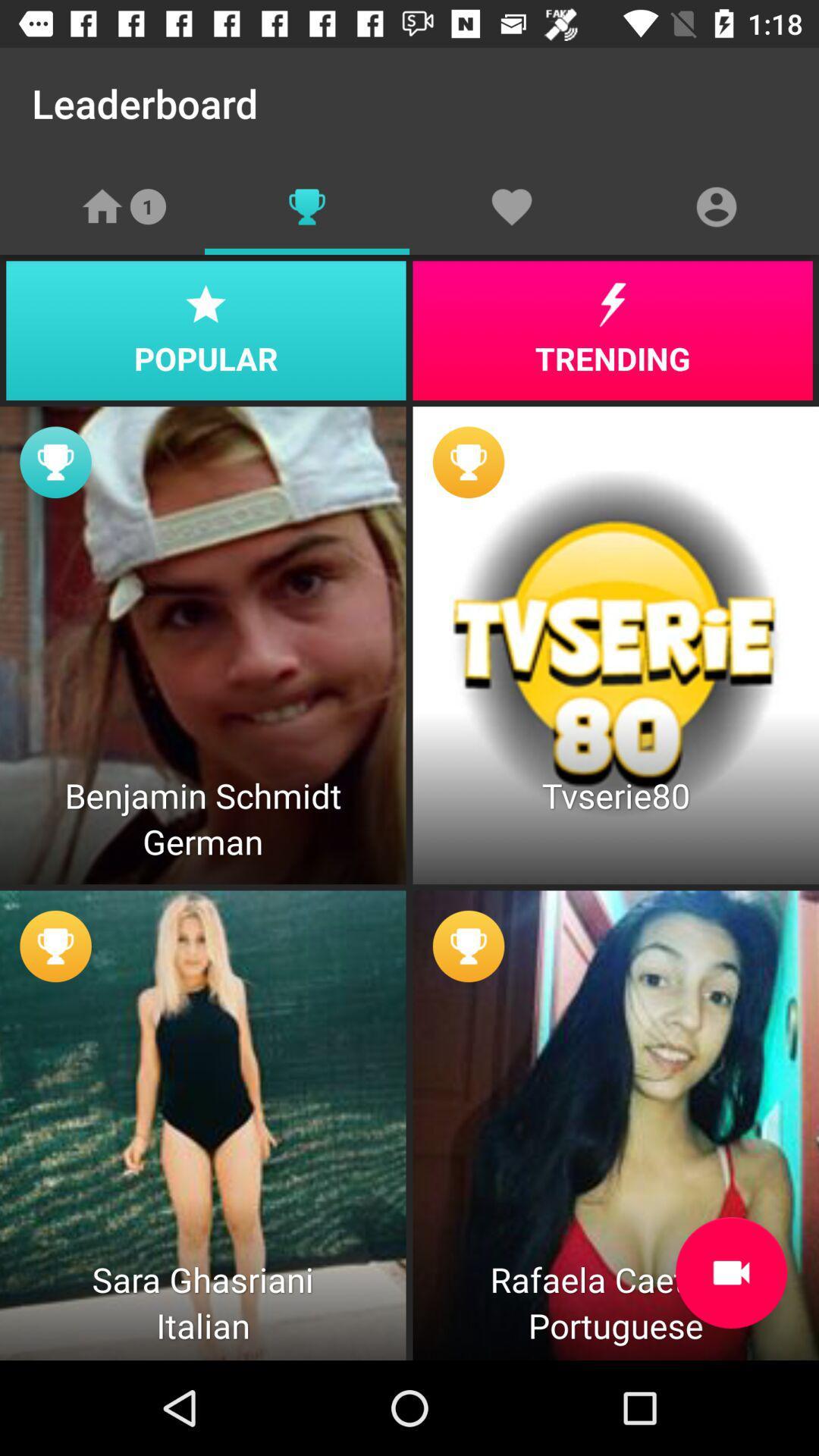  Describe the element at coordinates (730, 1272) in the screenshot. I see `camera` at that location.